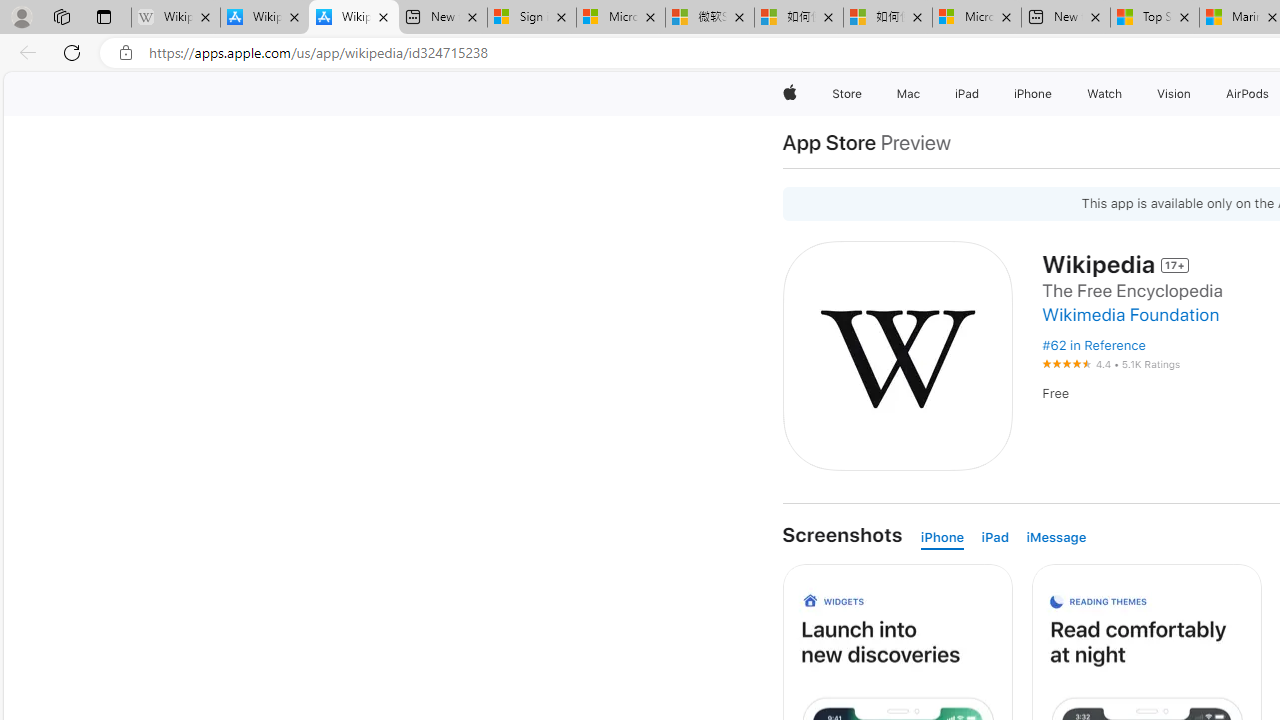 The width and height of the screenshot is (1280, 720). I want to click on 'Store', so click(846, 93).